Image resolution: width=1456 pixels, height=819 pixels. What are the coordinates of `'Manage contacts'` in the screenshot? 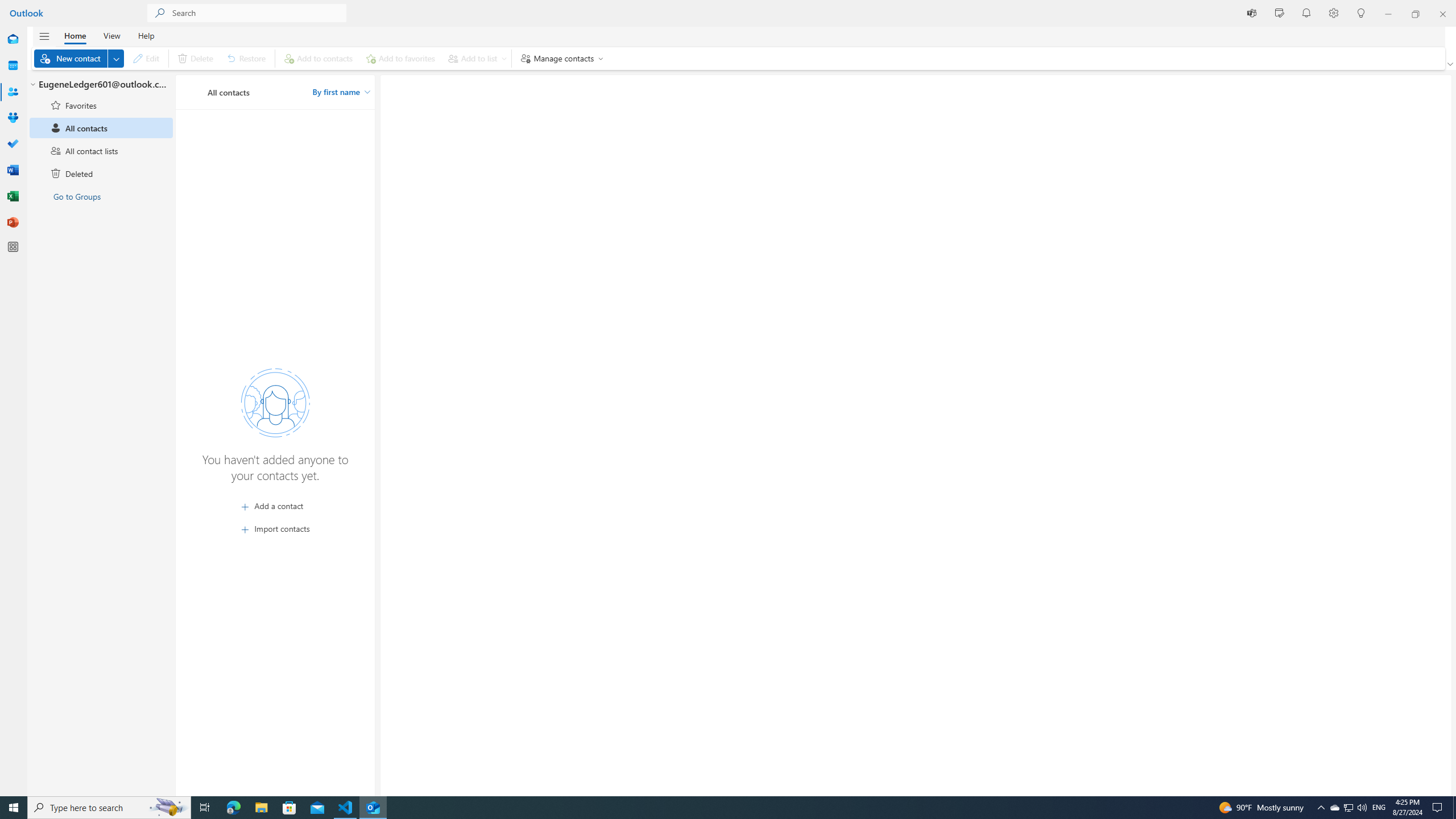 It's located at (559, 58).